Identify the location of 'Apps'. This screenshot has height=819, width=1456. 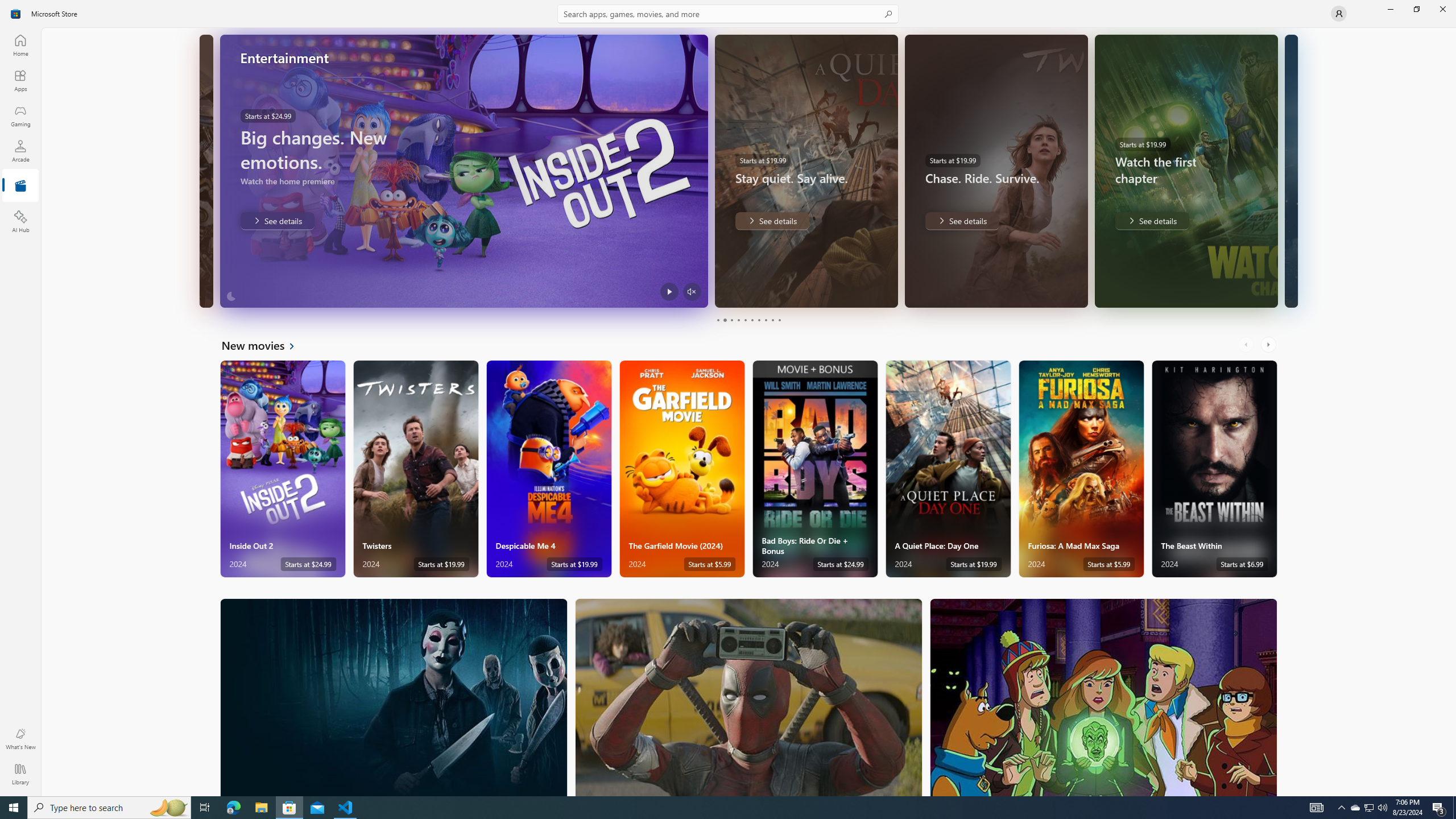
(19, 80).